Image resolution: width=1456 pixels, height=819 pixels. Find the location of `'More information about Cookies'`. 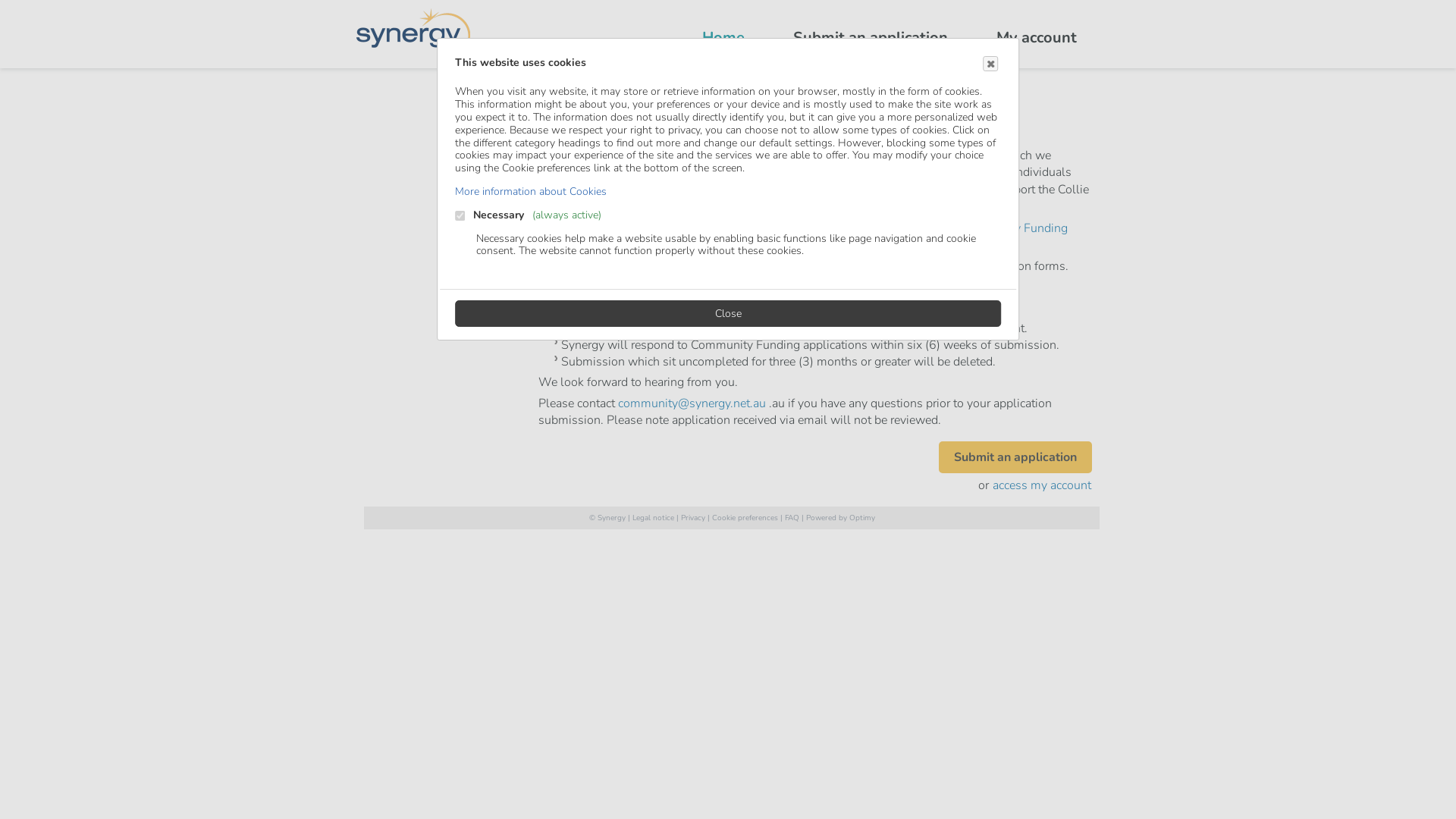

'More information about Cookies' is located at coordinates (531, 190).